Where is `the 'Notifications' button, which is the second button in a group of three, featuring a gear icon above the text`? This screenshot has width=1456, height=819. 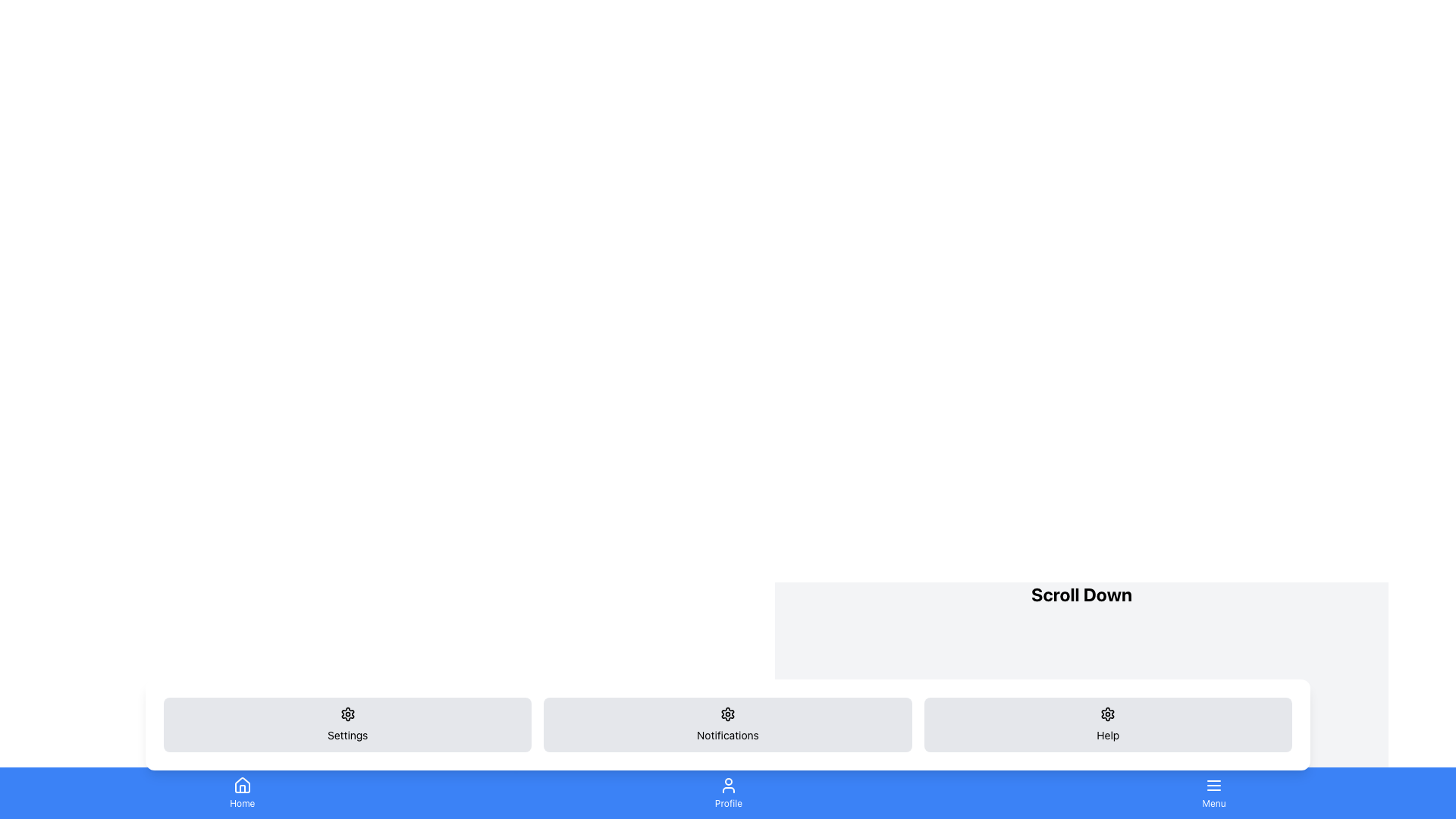 the 'Notifications' button, which is the second button in a group of three, featuring a gear icon above the text is located at coordinates (728, 724).